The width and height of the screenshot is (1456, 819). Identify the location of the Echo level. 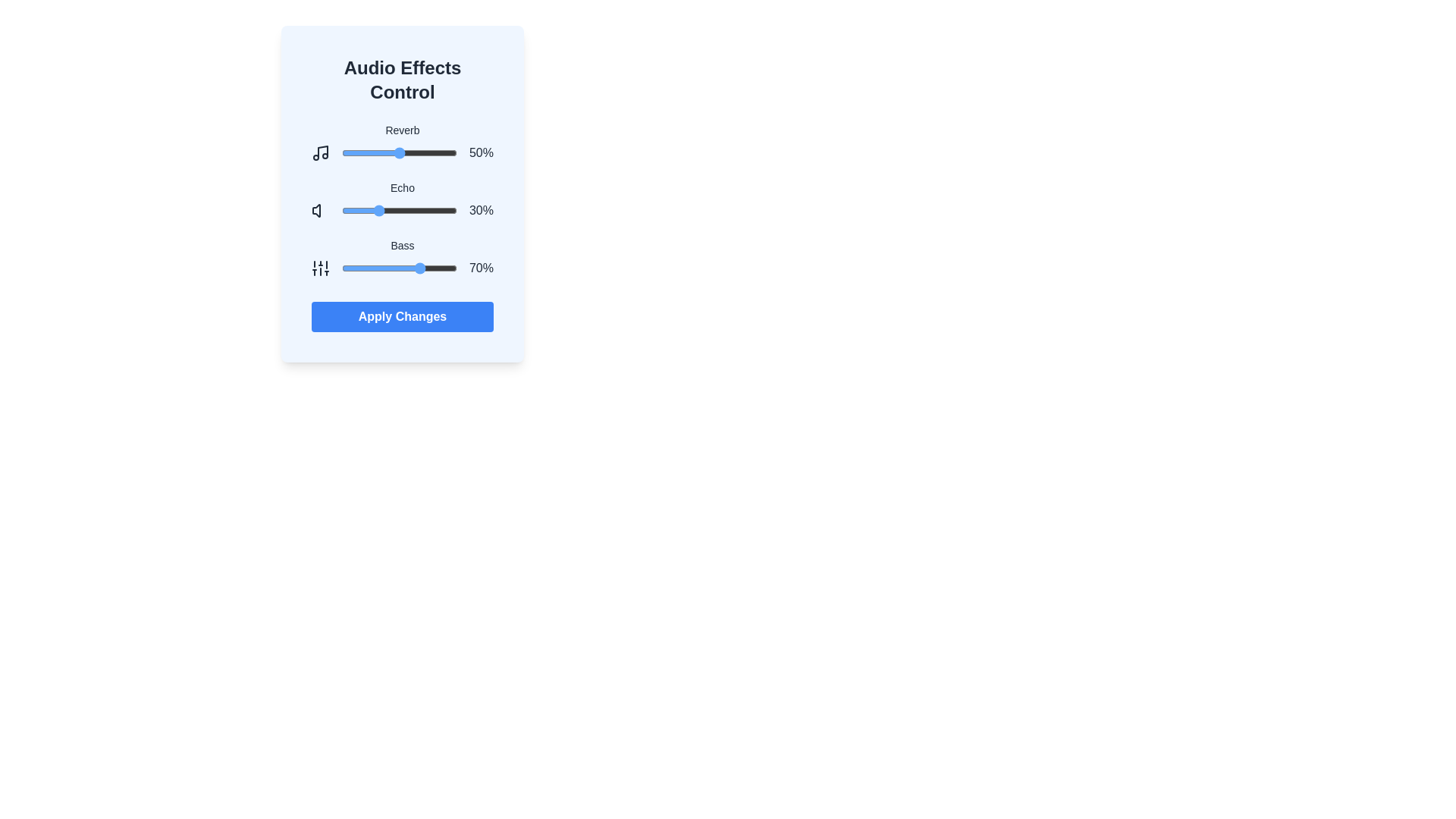
(391, 210).